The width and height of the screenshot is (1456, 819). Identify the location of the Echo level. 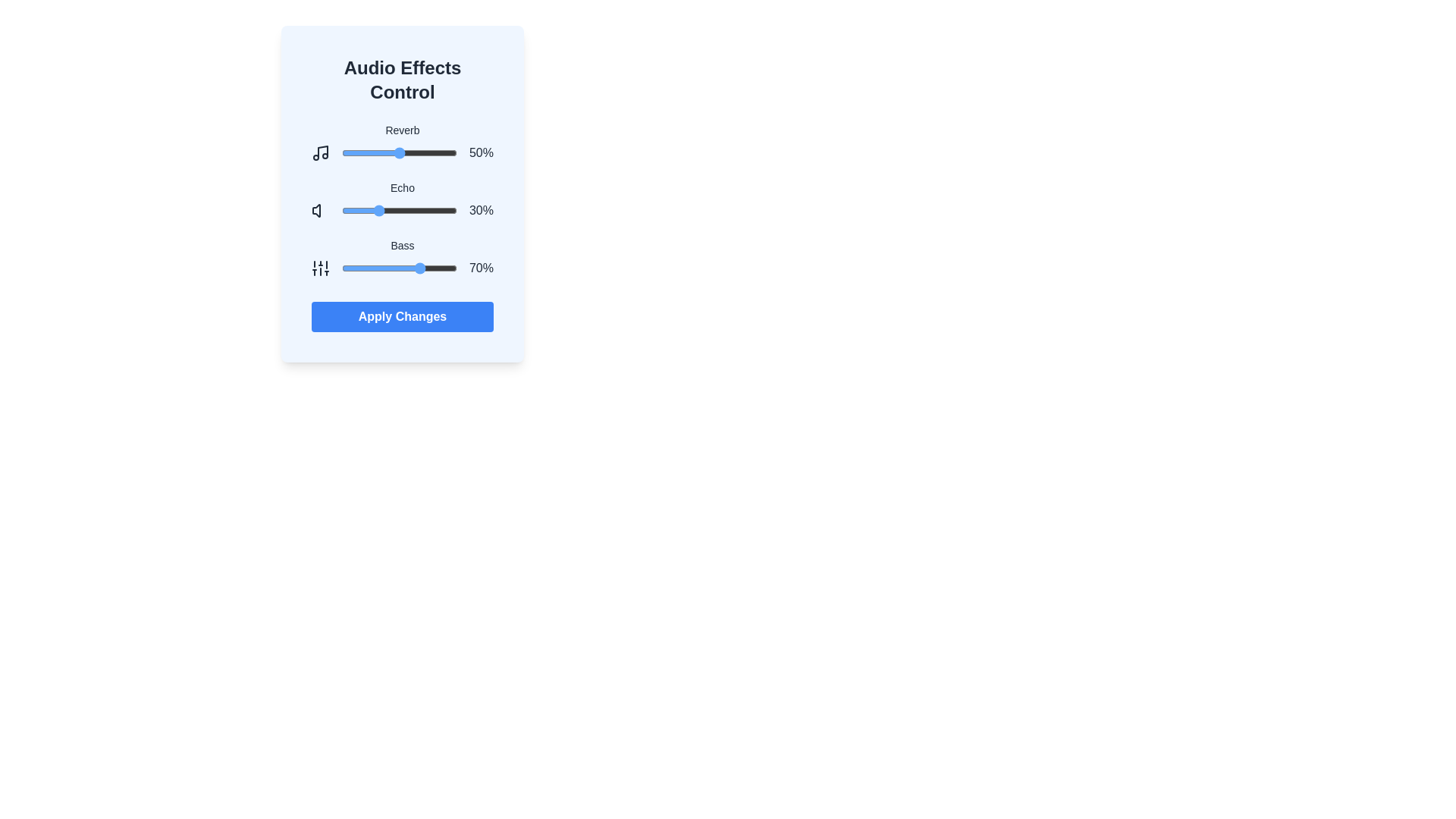
(391, 210).